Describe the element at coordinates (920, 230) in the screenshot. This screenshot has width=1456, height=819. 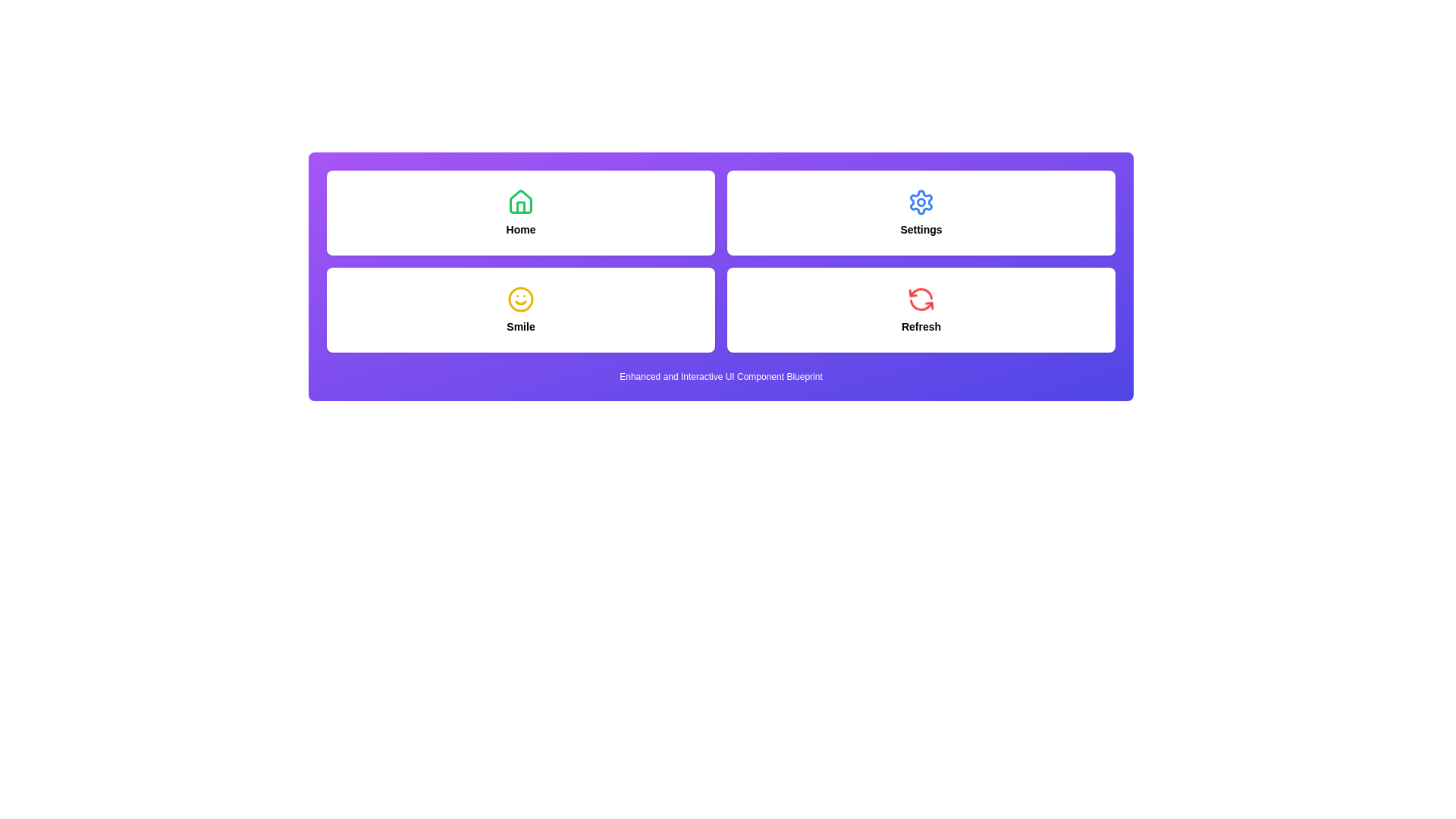
I see `the text label that provides context for the 'Settings' feature, located below the gear-shaped icon in the top-right corner of the grid layout` at that location.